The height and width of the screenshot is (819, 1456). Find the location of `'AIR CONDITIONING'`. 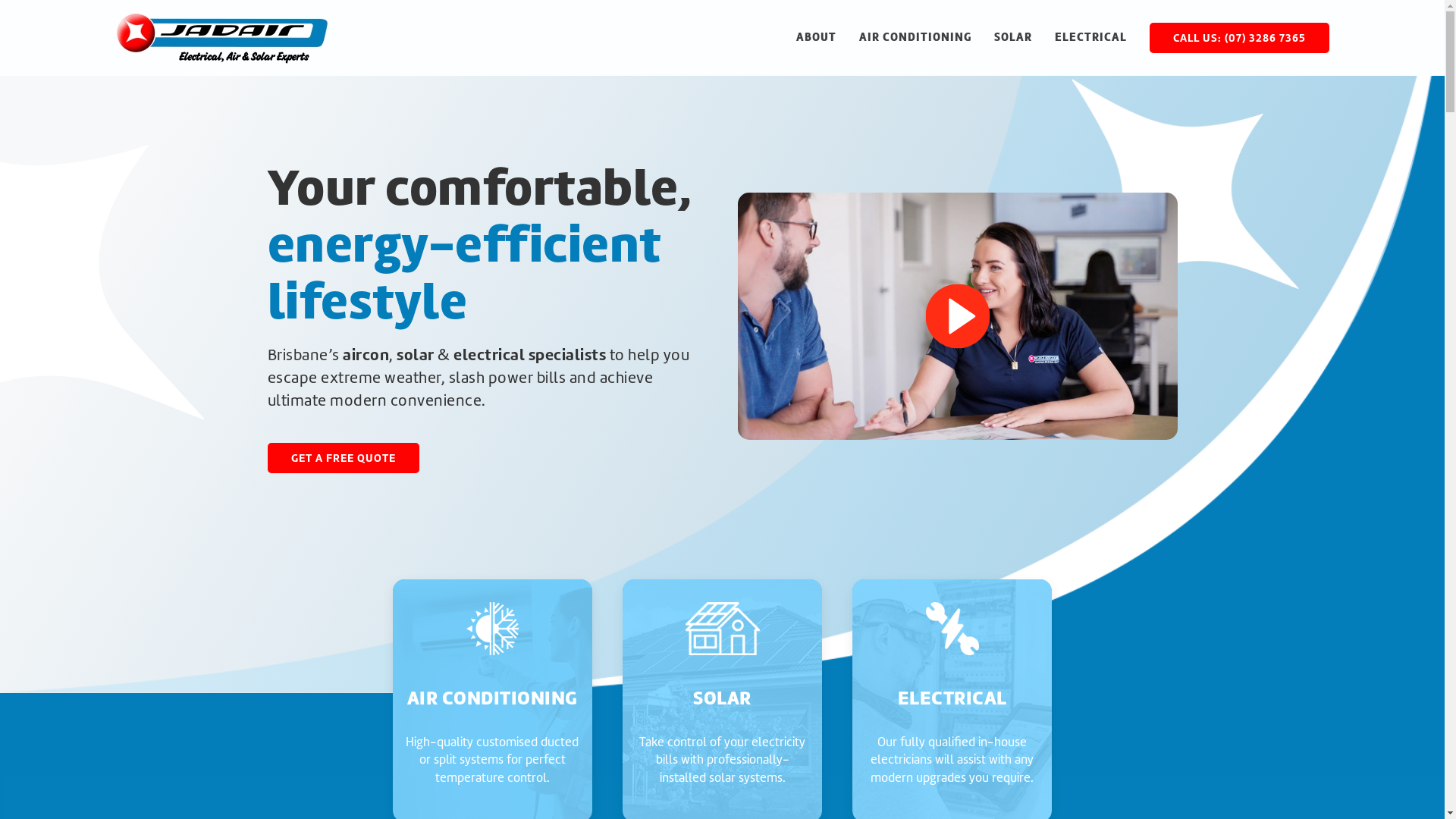

'AIR CONDITIONING' is located at coordinates (913, 37).